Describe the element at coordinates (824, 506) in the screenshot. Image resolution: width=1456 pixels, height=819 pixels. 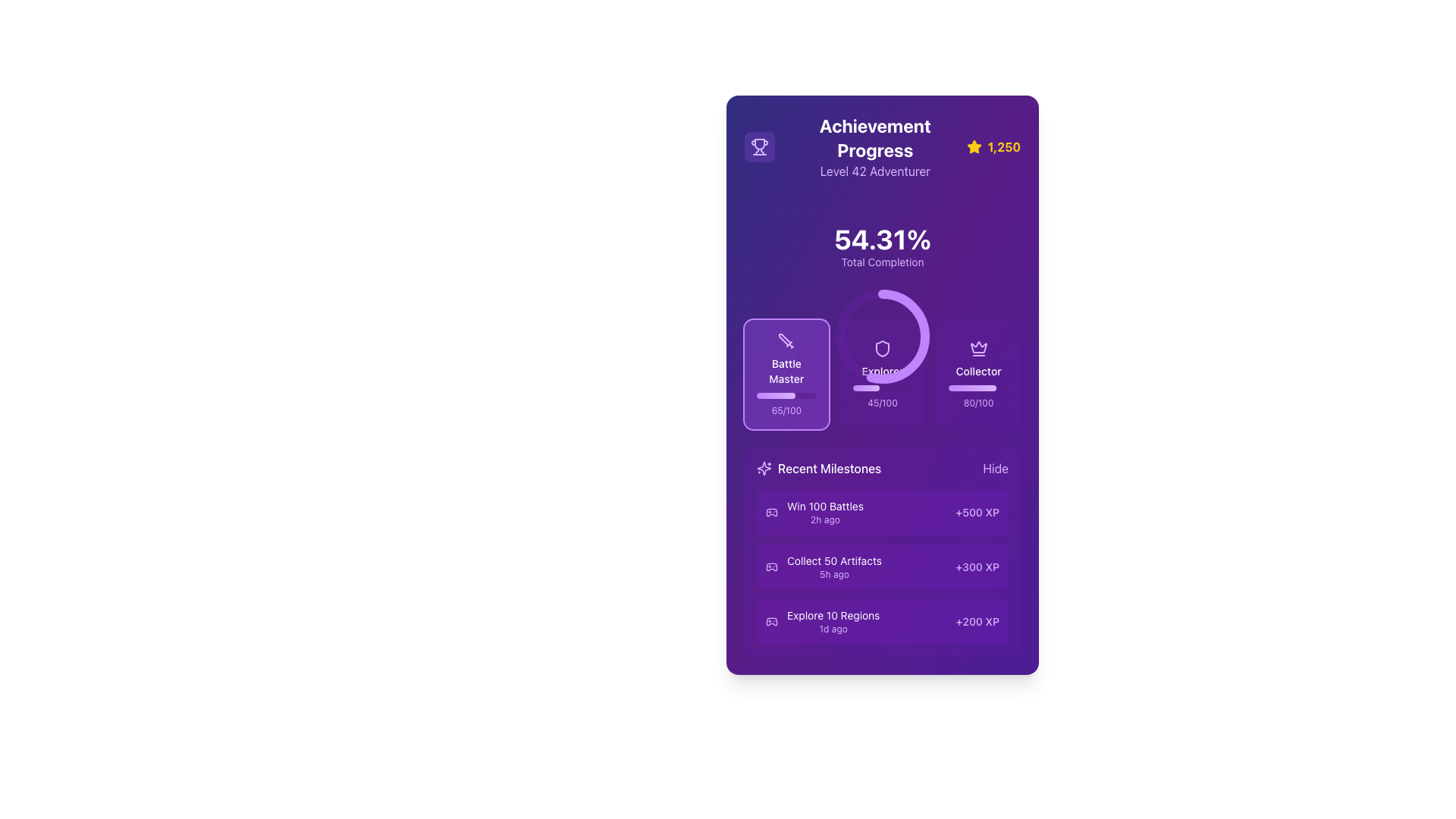
I see `static text label displaying the phrase 'Win 100 Battles' located on a purple background as part of the recent milestones section` at that location.